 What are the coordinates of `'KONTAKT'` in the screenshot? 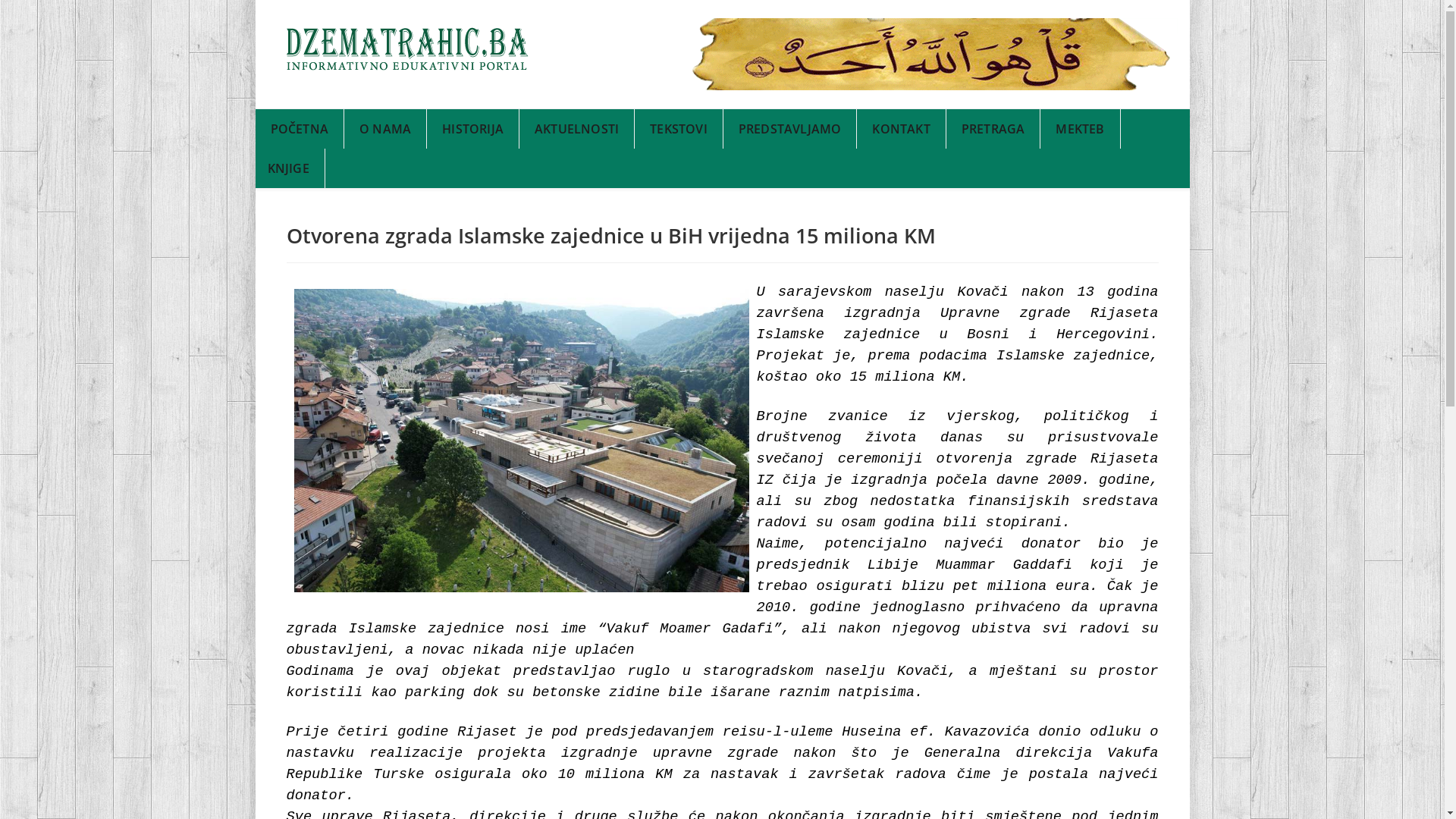 It's located at (856, 127).